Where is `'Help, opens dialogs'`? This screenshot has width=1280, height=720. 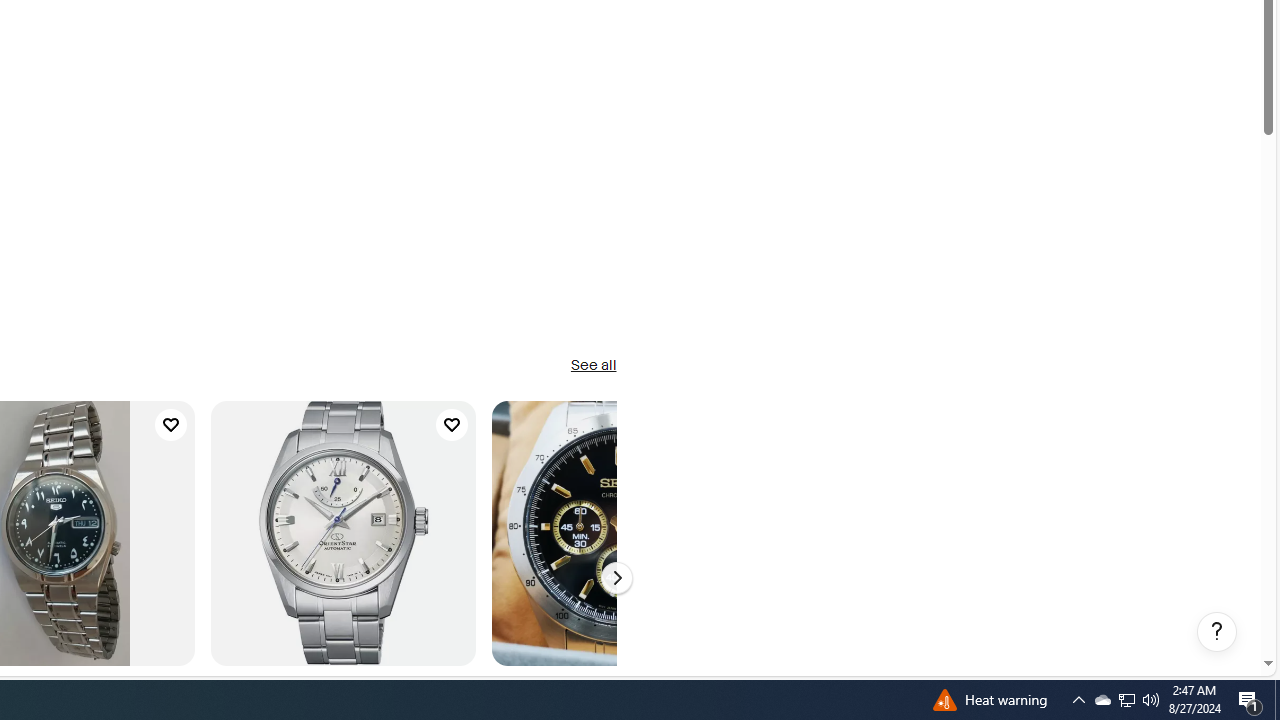
'Help, opens dialogs' is located at coordinates (1216, 632).